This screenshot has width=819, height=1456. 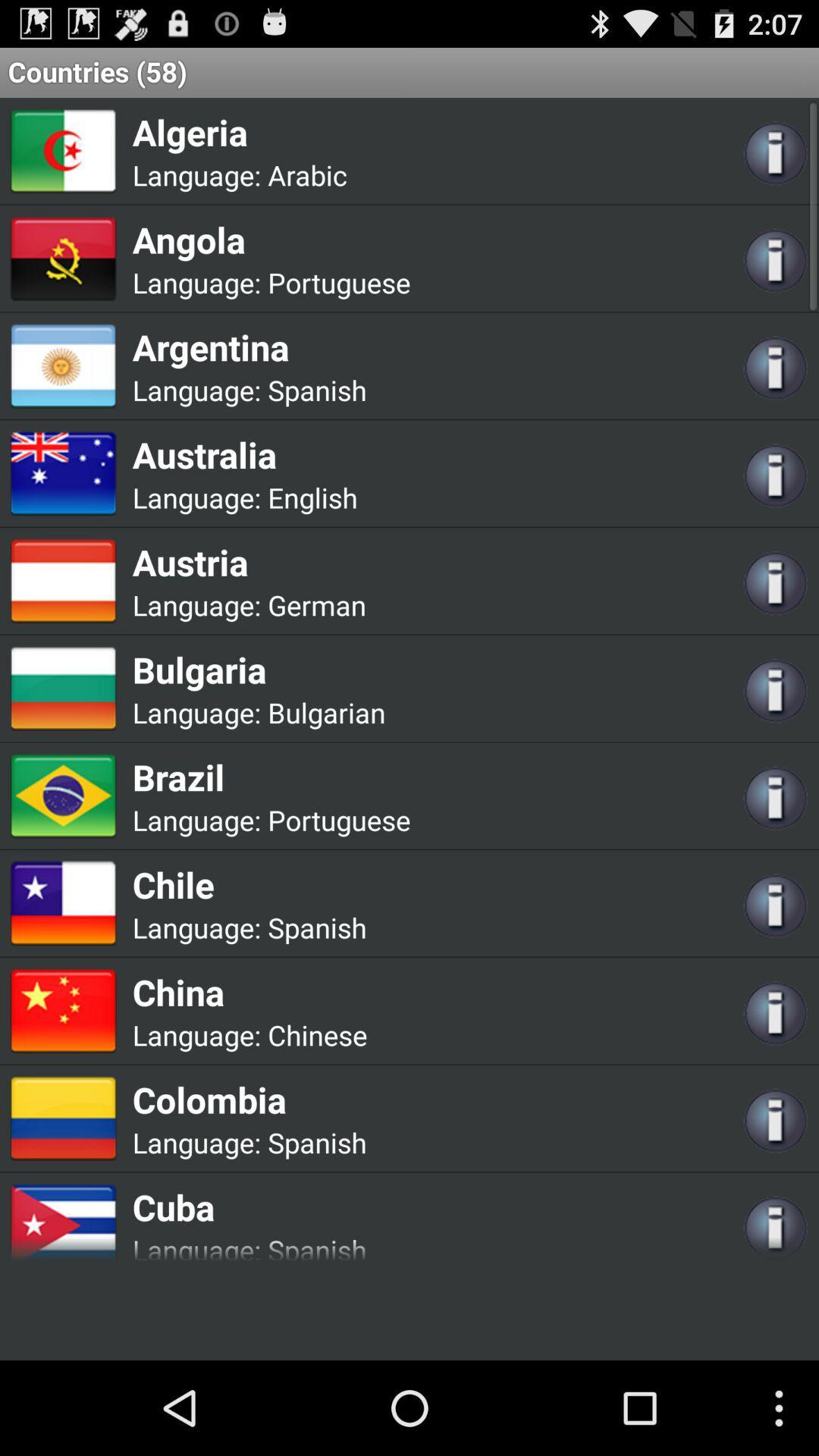 I want to click on the bulgarian app, so click(x=325, y=711).